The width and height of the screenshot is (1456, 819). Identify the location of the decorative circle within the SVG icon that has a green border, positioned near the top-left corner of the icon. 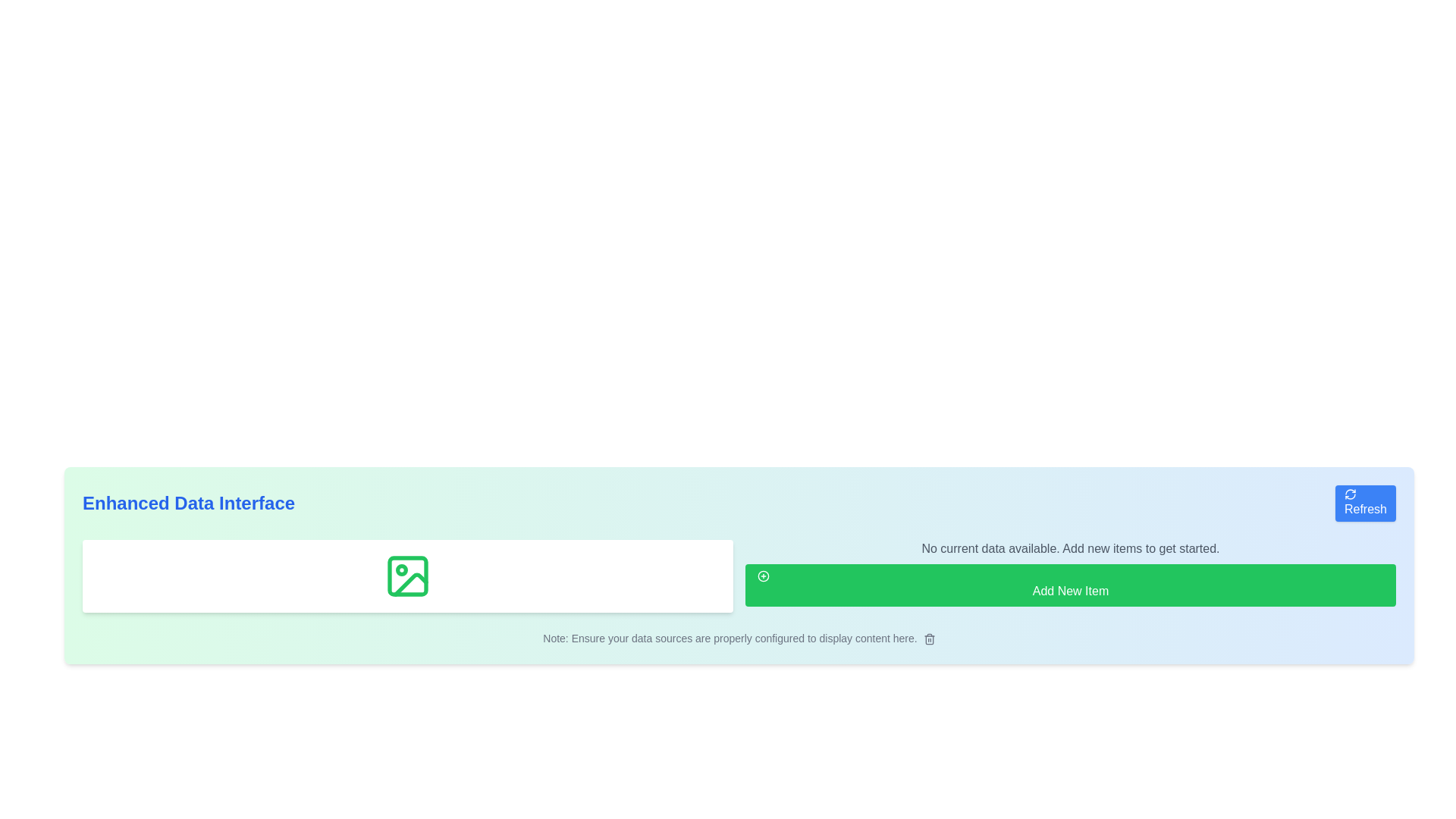
(401, 570).